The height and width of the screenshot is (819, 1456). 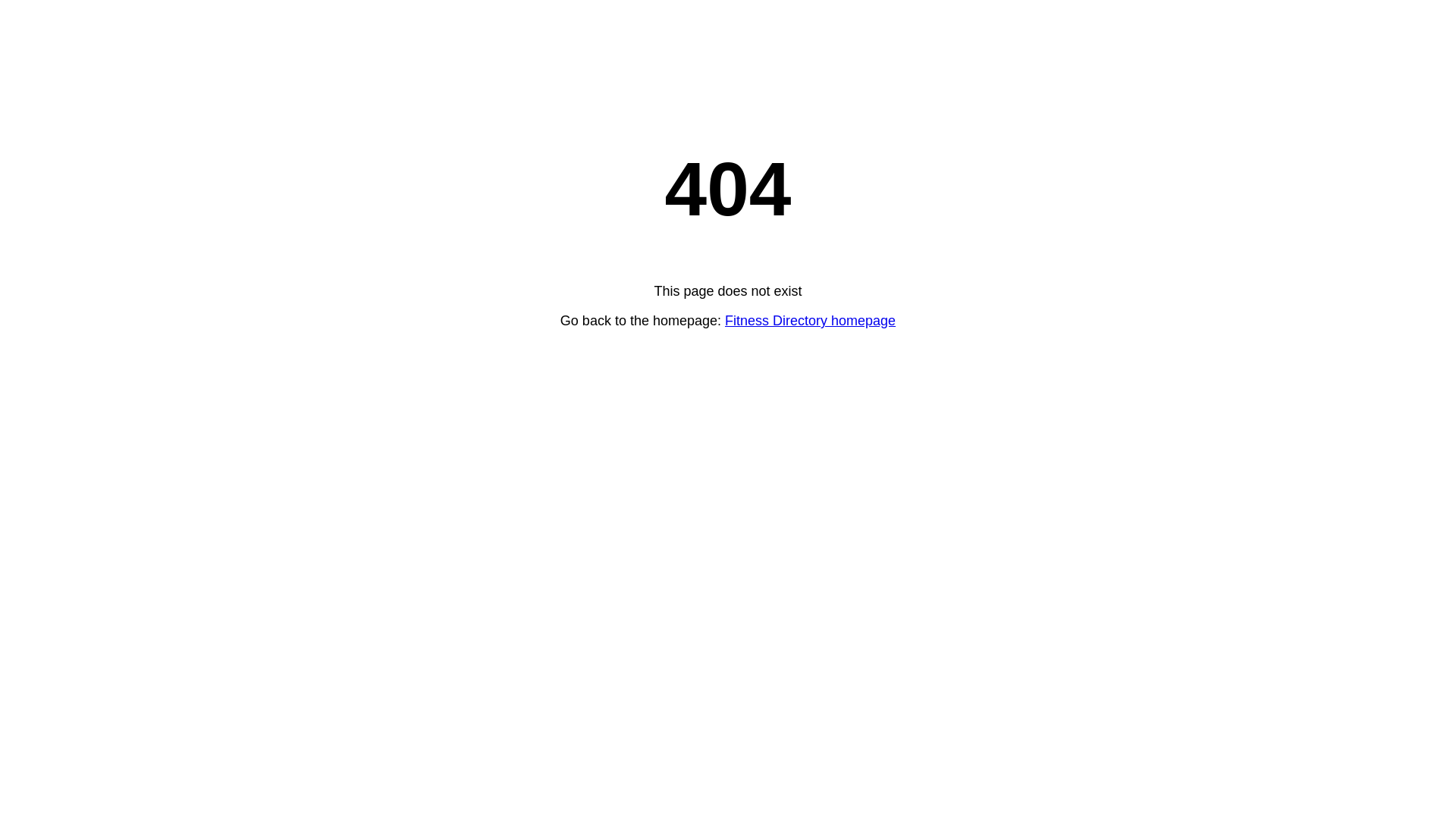 I want to click on 'Fitness Directory homepage', so click(x=809, y=320).